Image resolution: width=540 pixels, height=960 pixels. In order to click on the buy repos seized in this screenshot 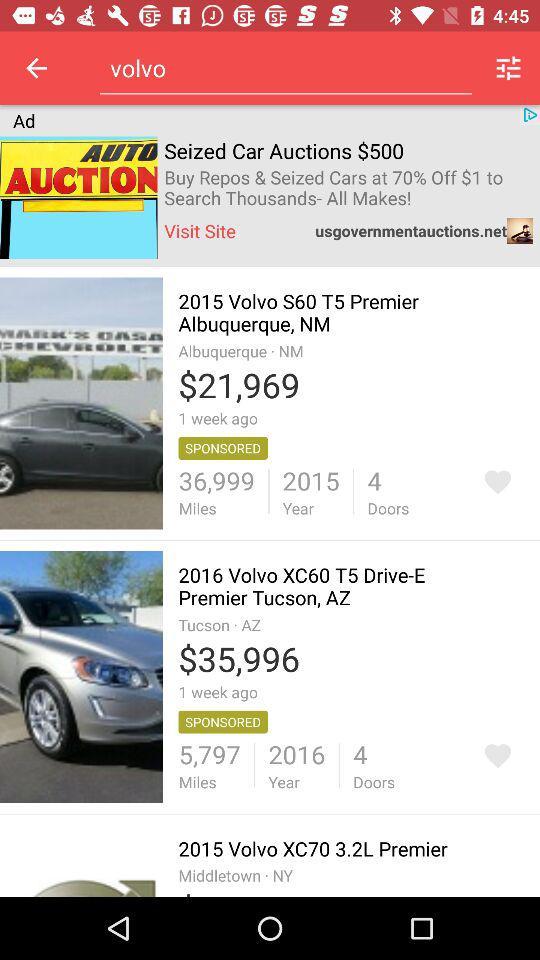, I will do `click(347, 188)`.